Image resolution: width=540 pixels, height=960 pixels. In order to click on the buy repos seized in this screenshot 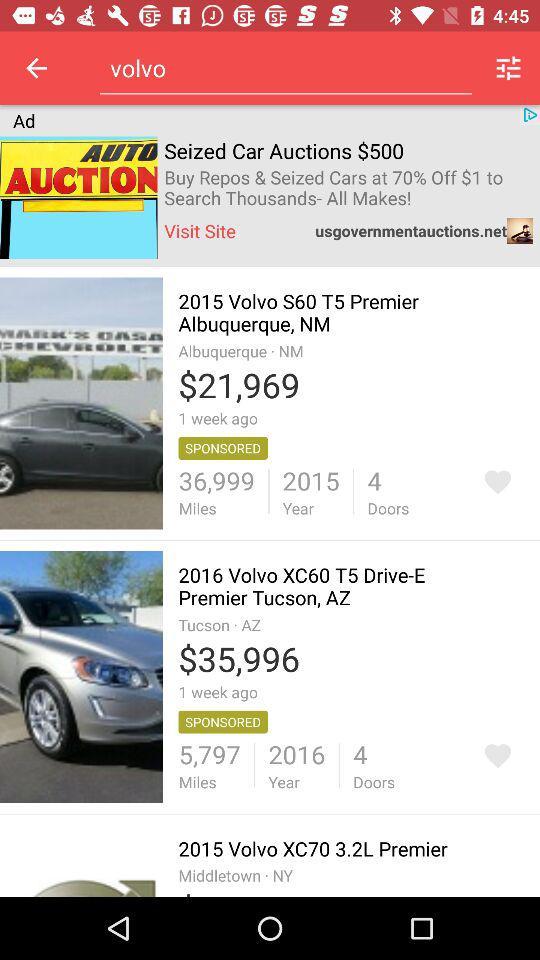, I will do `click(347, 188)`.